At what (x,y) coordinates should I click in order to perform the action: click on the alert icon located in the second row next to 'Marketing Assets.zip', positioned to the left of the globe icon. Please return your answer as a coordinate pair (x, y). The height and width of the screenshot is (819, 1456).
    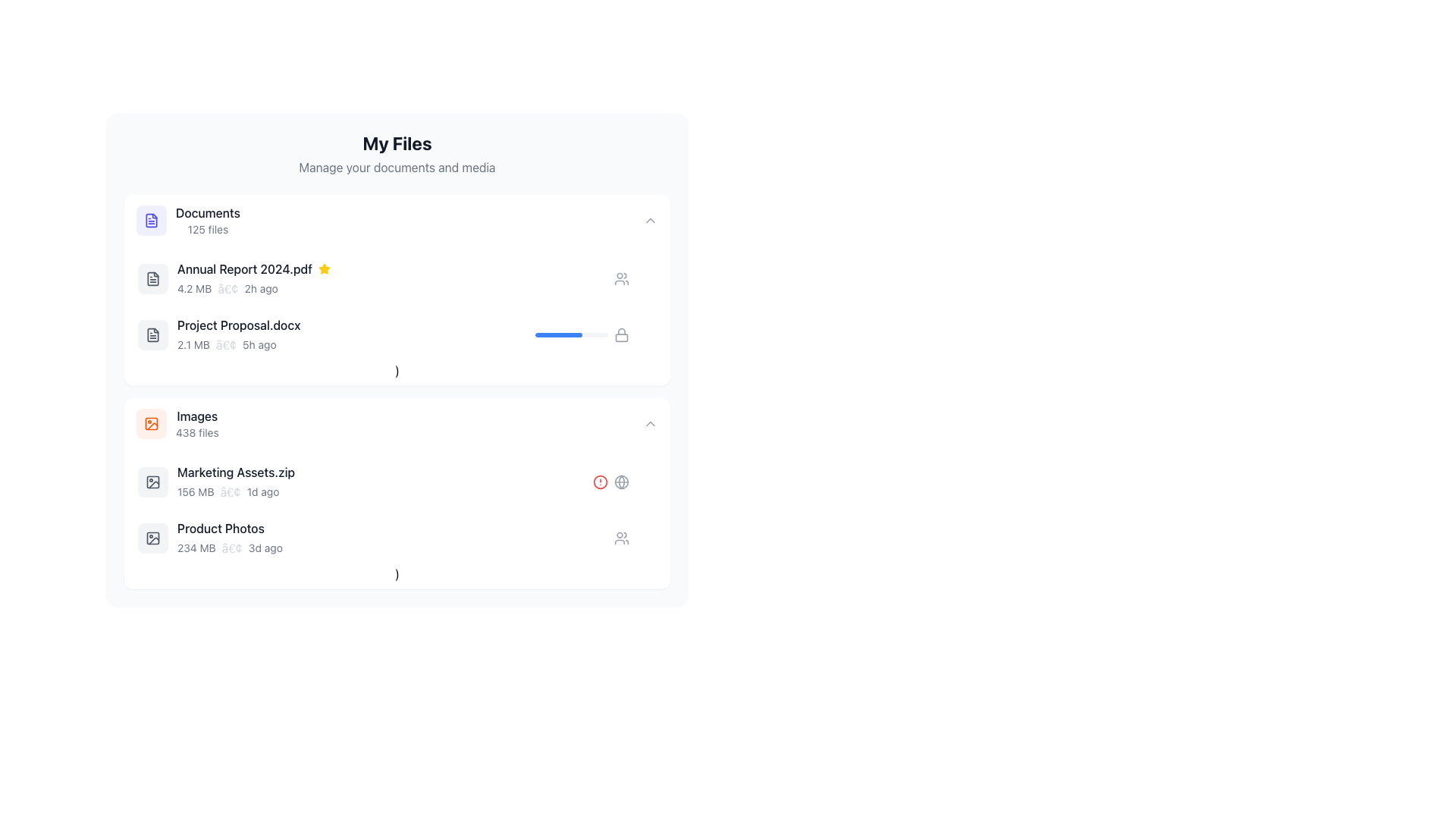
    Looking at the image, I should click on (600, 482).